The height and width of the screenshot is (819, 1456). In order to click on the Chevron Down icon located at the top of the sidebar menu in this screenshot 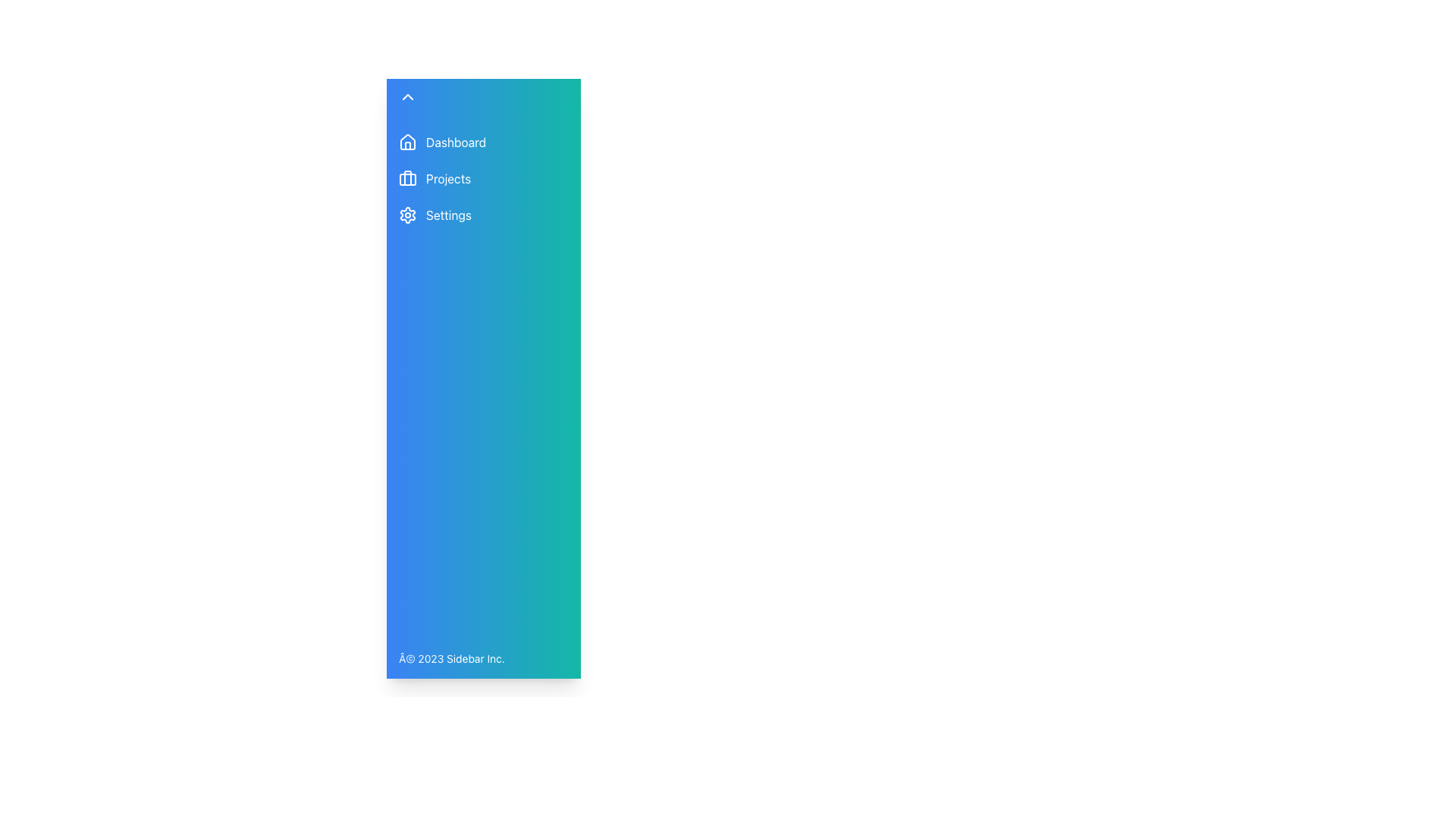, I will do `click(407, 96)`.